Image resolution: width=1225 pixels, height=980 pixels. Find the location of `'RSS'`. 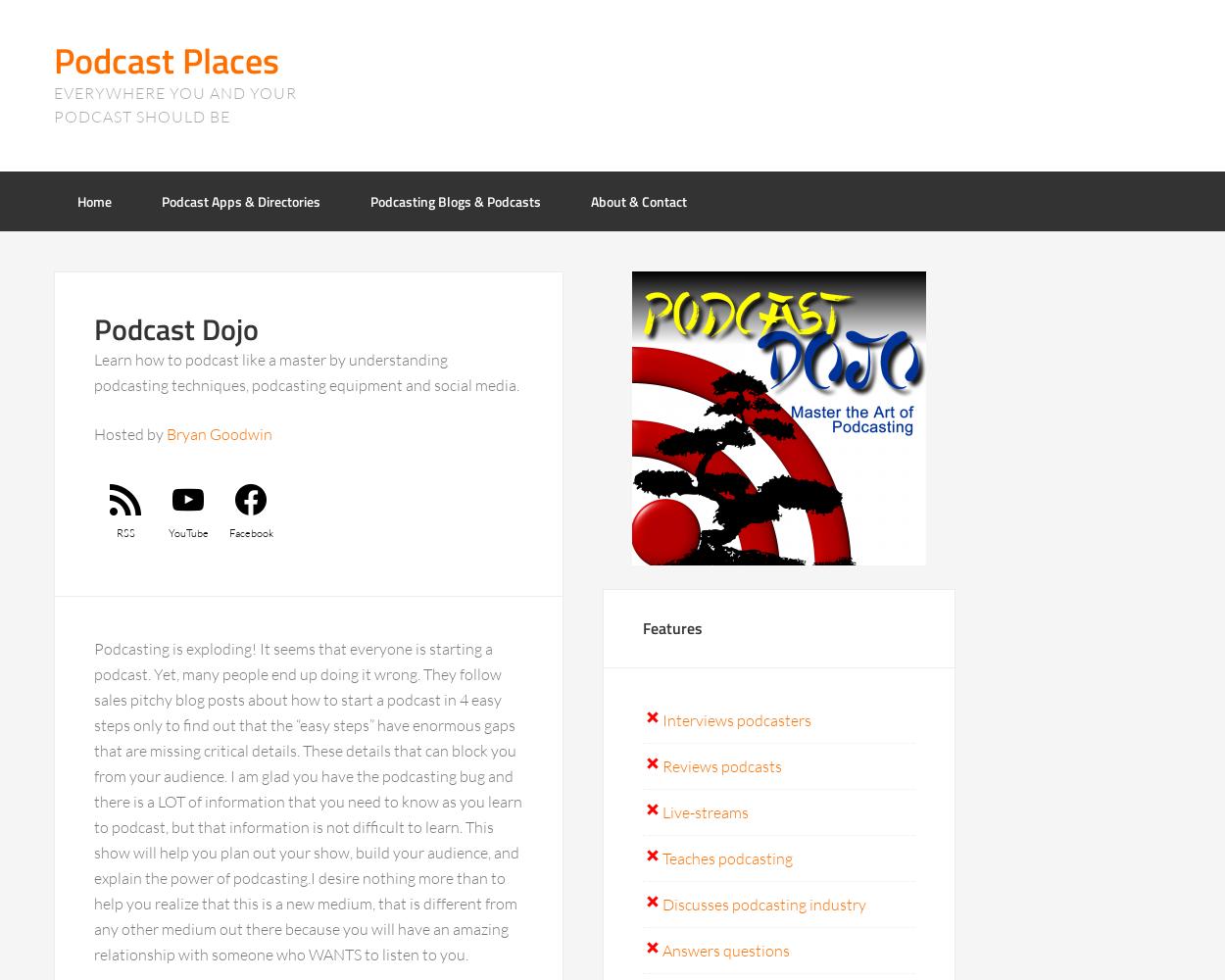

'RSS' is located at coordinates (124, 533).